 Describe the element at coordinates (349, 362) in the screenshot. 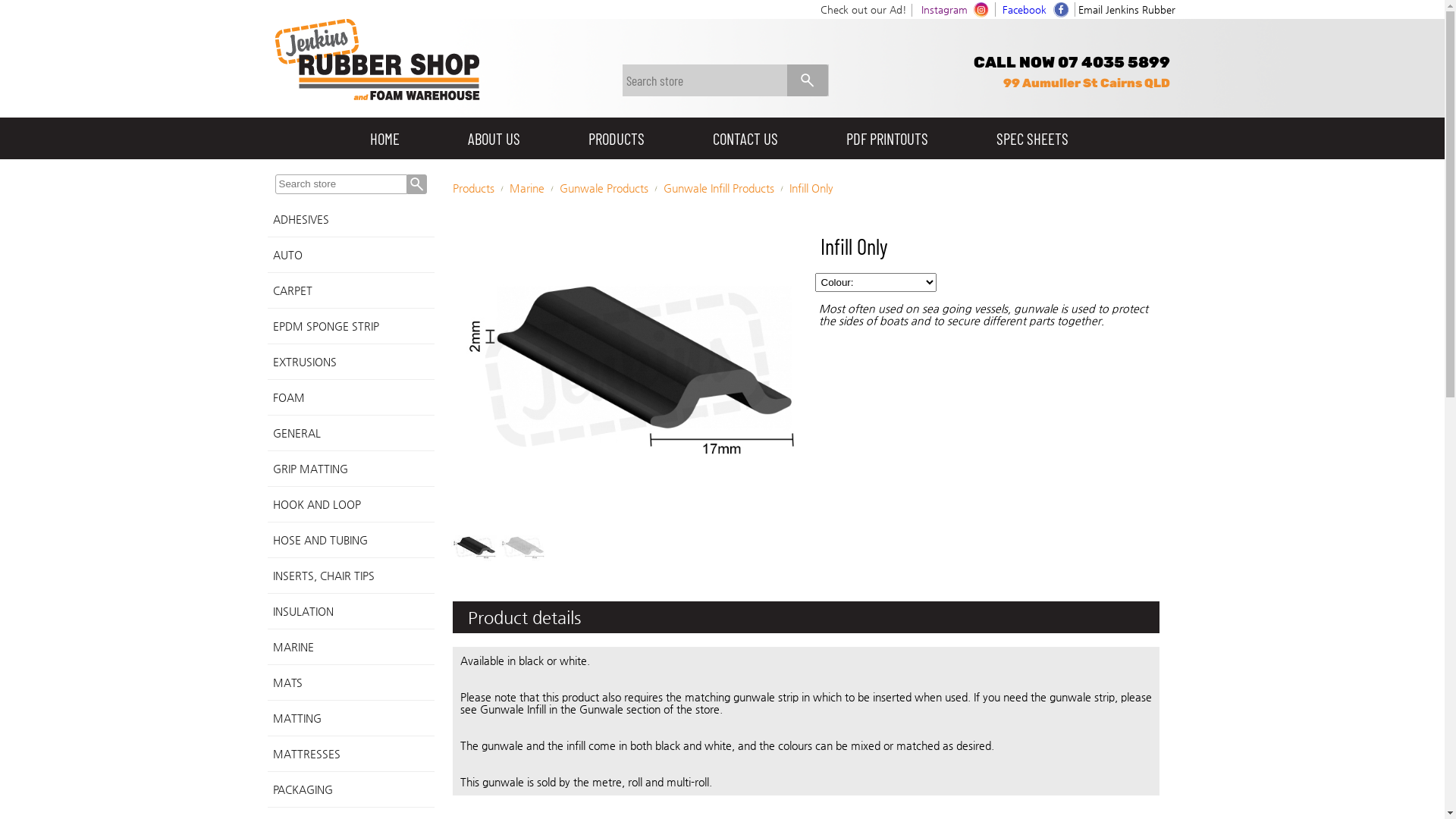

I see `'EXTRUSIONS'` at that location.